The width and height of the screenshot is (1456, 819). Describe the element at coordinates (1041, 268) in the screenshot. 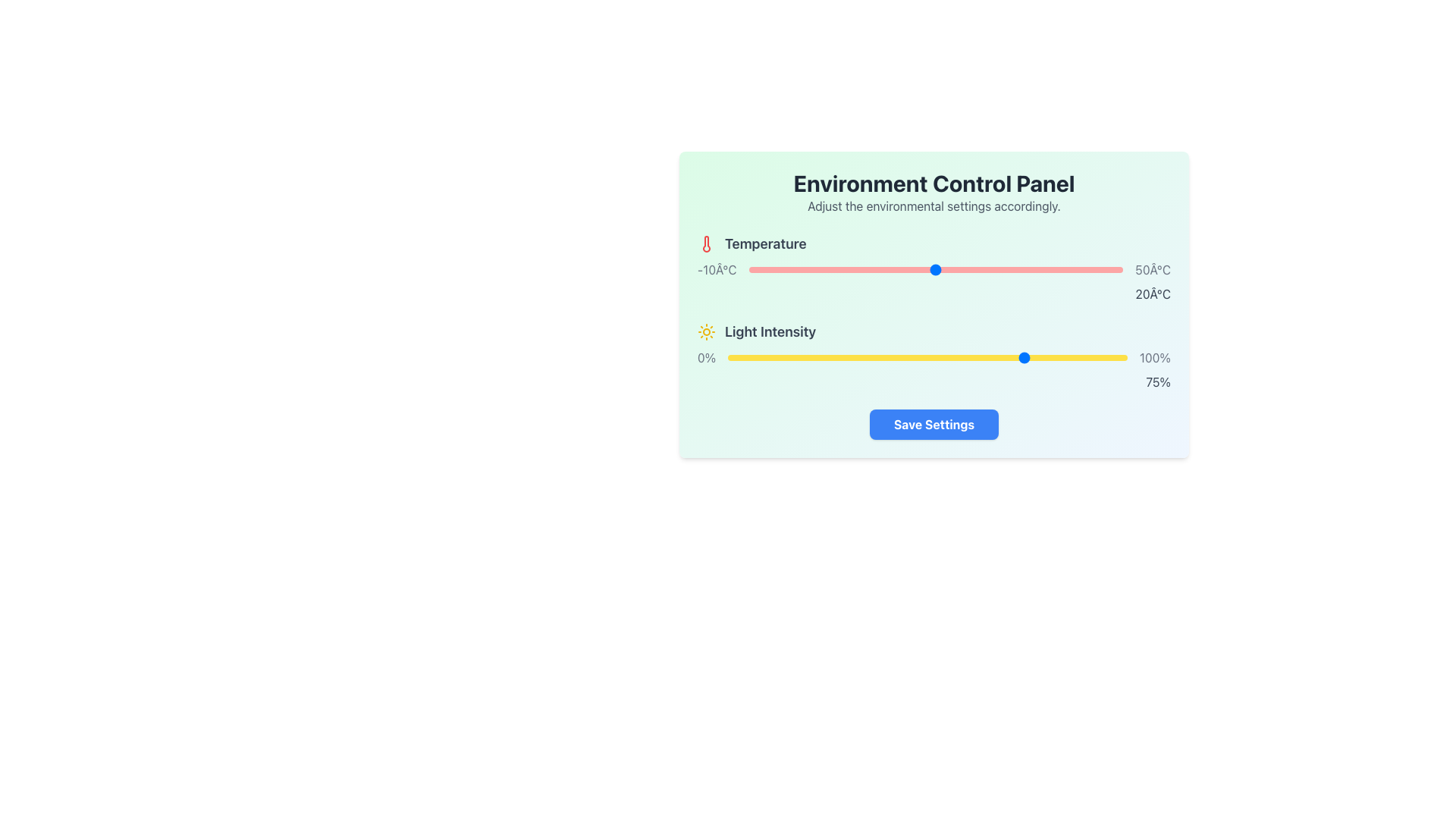

I see `temperature` at that location.